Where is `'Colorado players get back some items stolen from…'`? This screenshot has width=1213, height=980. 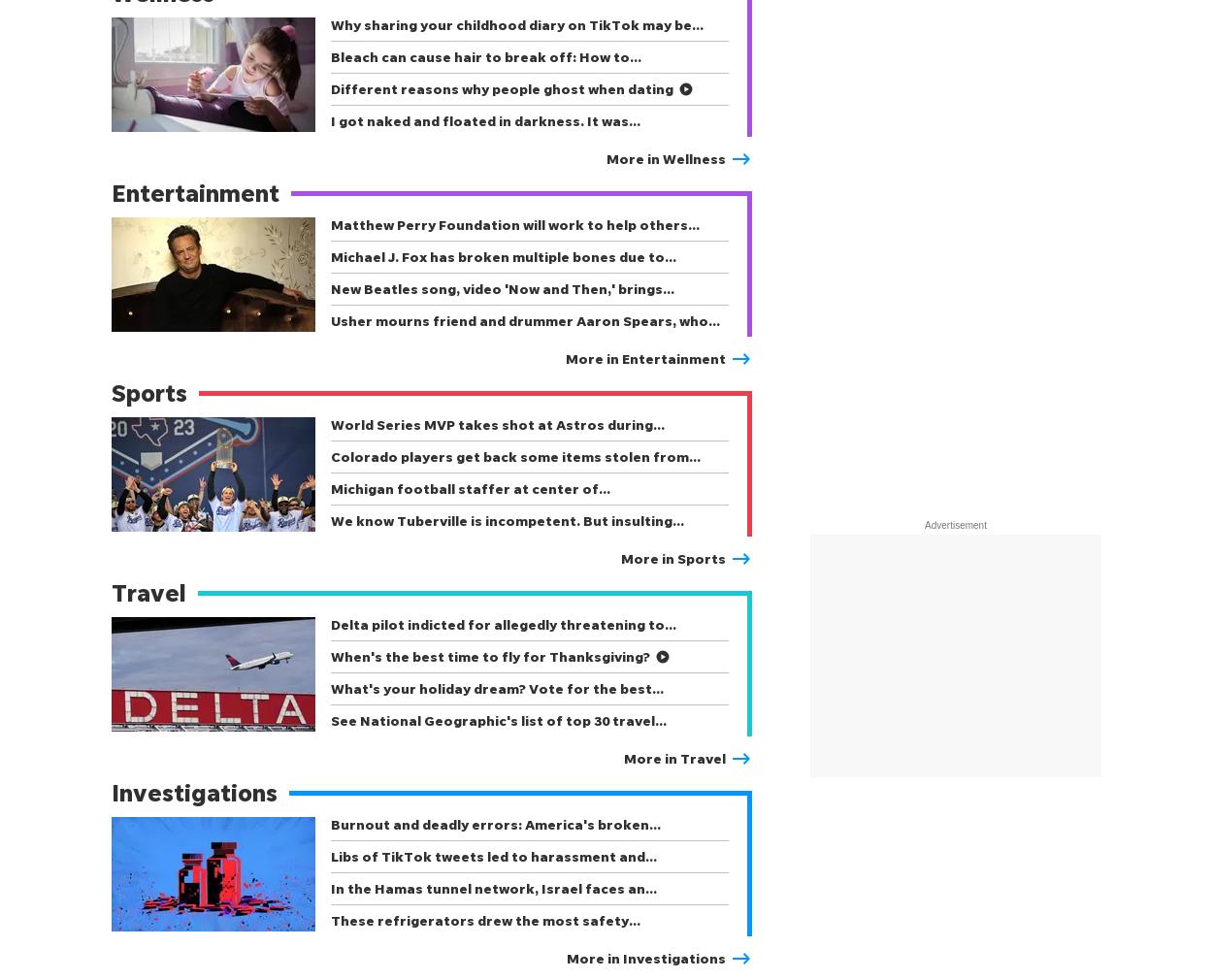 'Colorado players get back some items stolen from…' is located at coordinates (515, 456).